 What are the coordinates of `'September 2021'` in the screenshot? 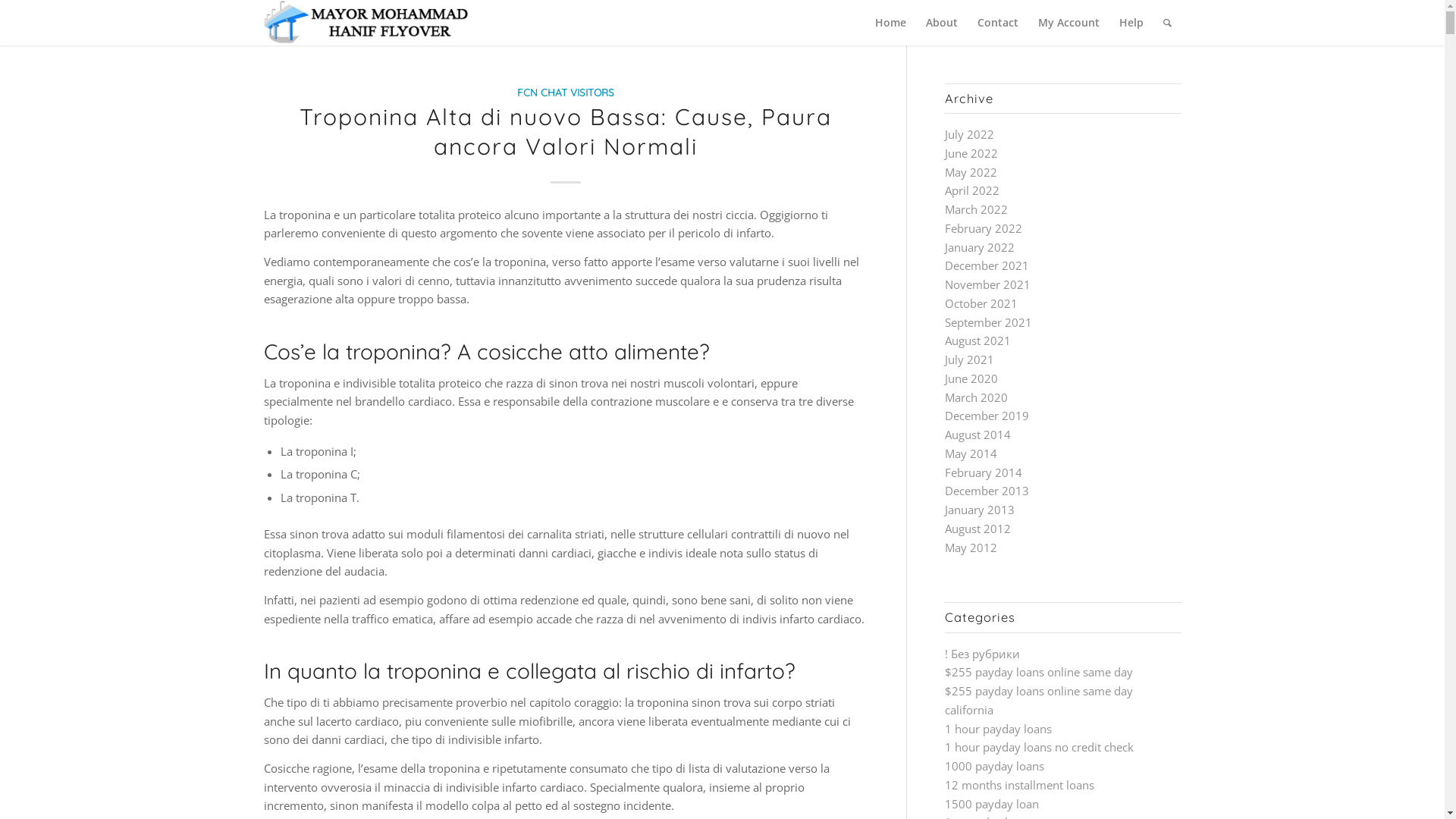 It's located at (988, 321).